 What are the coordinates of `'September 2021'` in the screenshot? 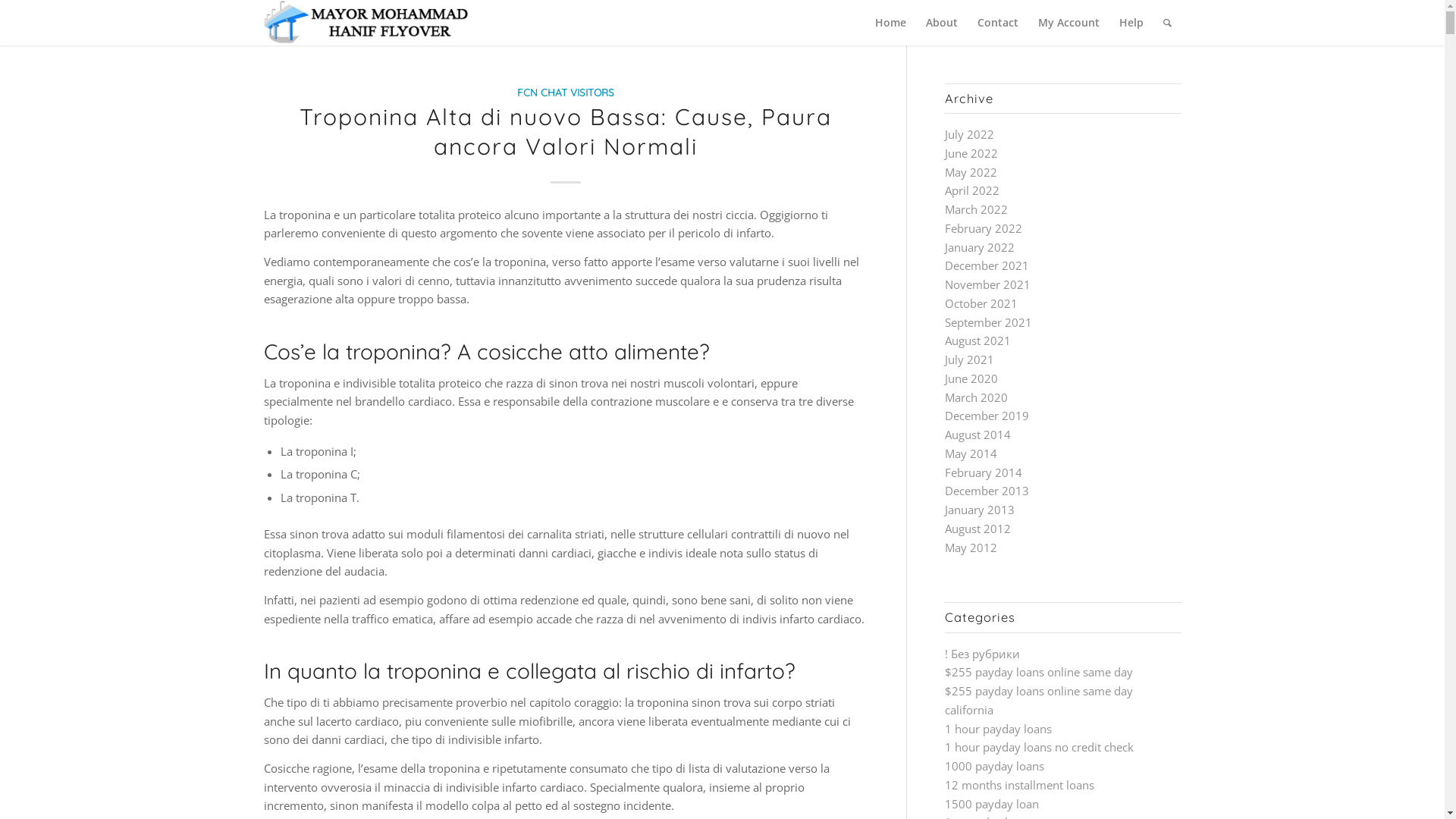 It's located at (988, 321).